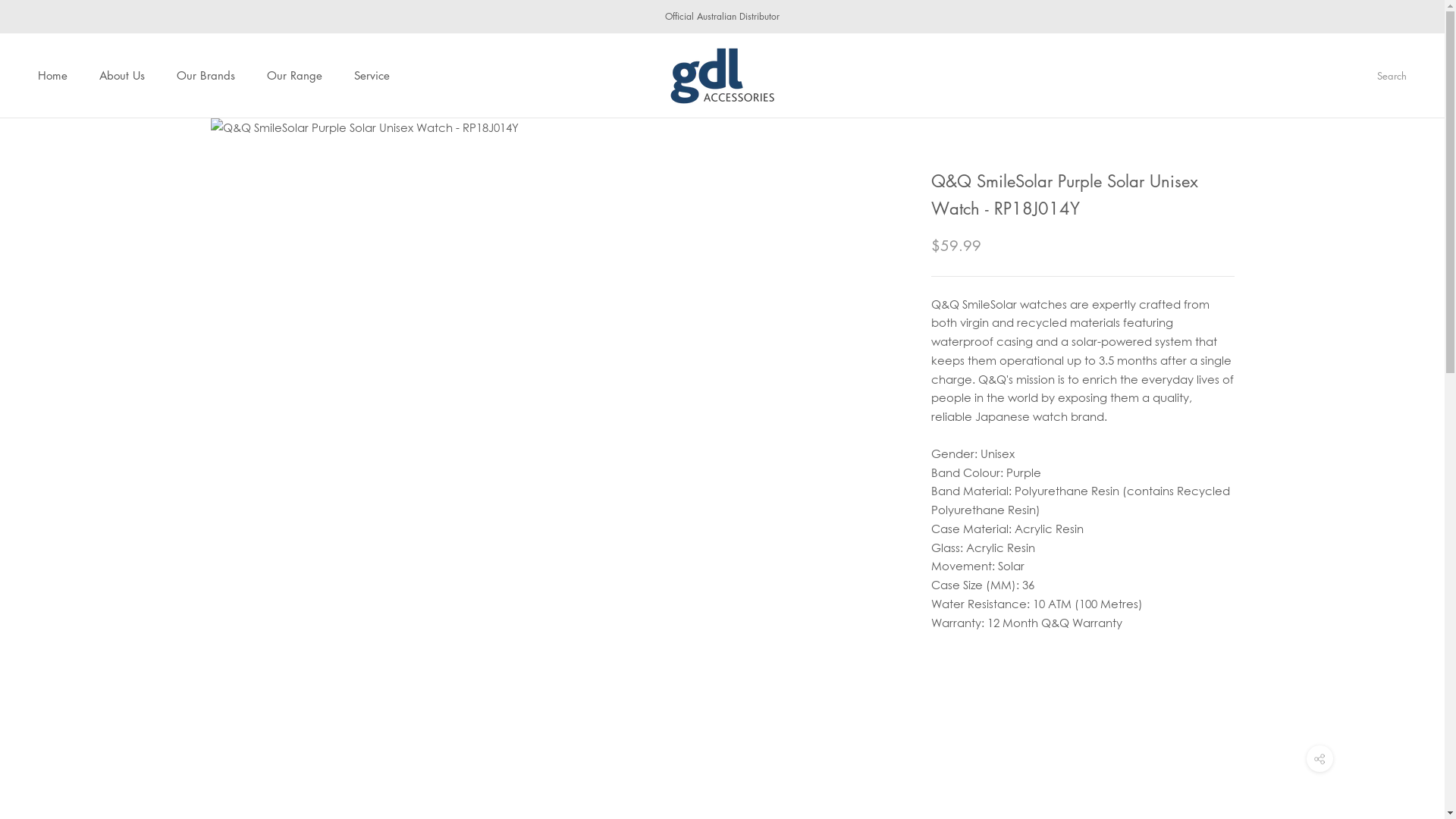 The image size is (1456, 819). Describe the element at coordinates (52, 75) in the screenshot. I see `'Home` at that location.